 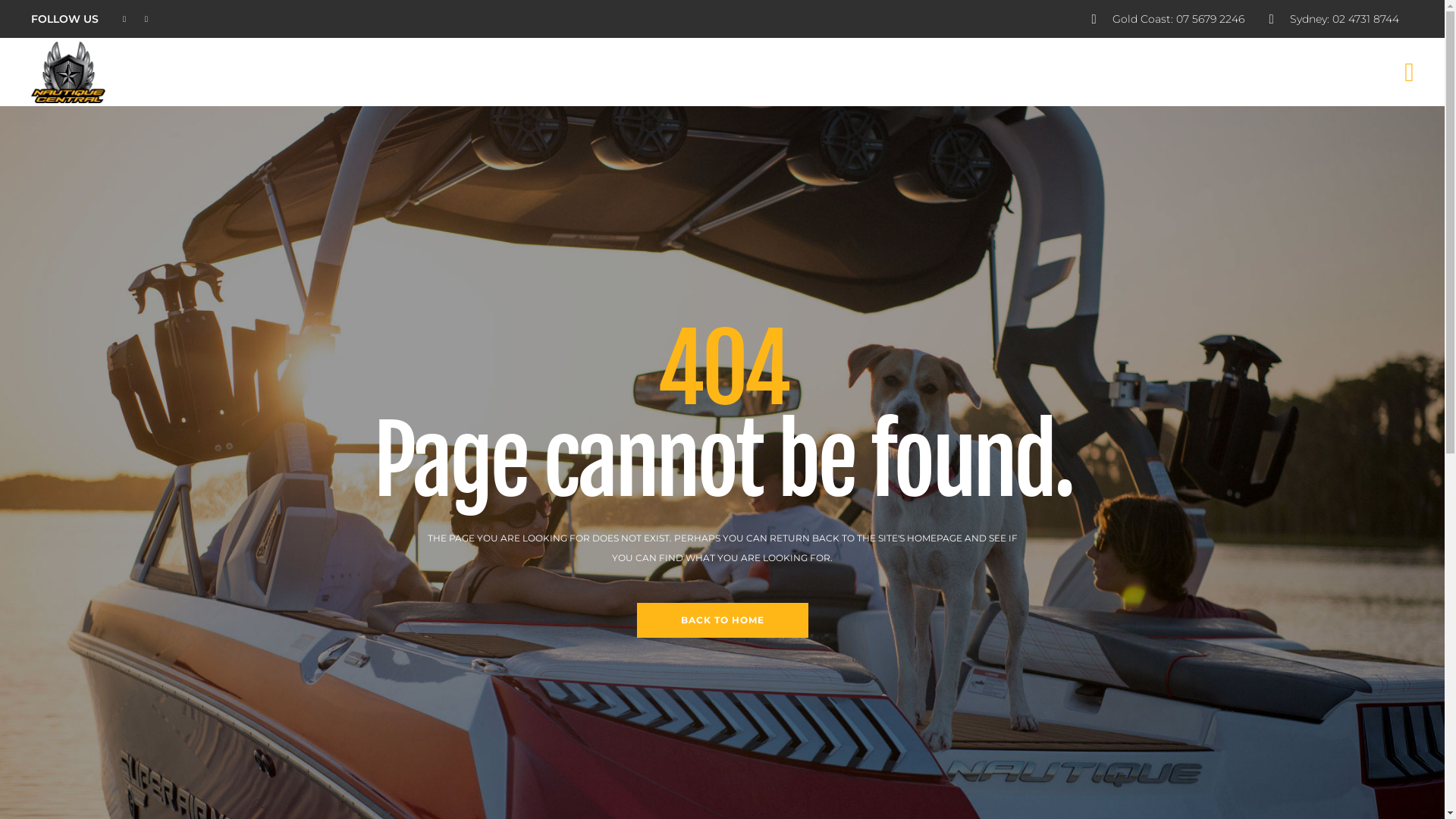 What do you see at coordinates (722, 620) in the screenshot?
I see `'BACK TO HOME'` at bounding box center [722, 620].